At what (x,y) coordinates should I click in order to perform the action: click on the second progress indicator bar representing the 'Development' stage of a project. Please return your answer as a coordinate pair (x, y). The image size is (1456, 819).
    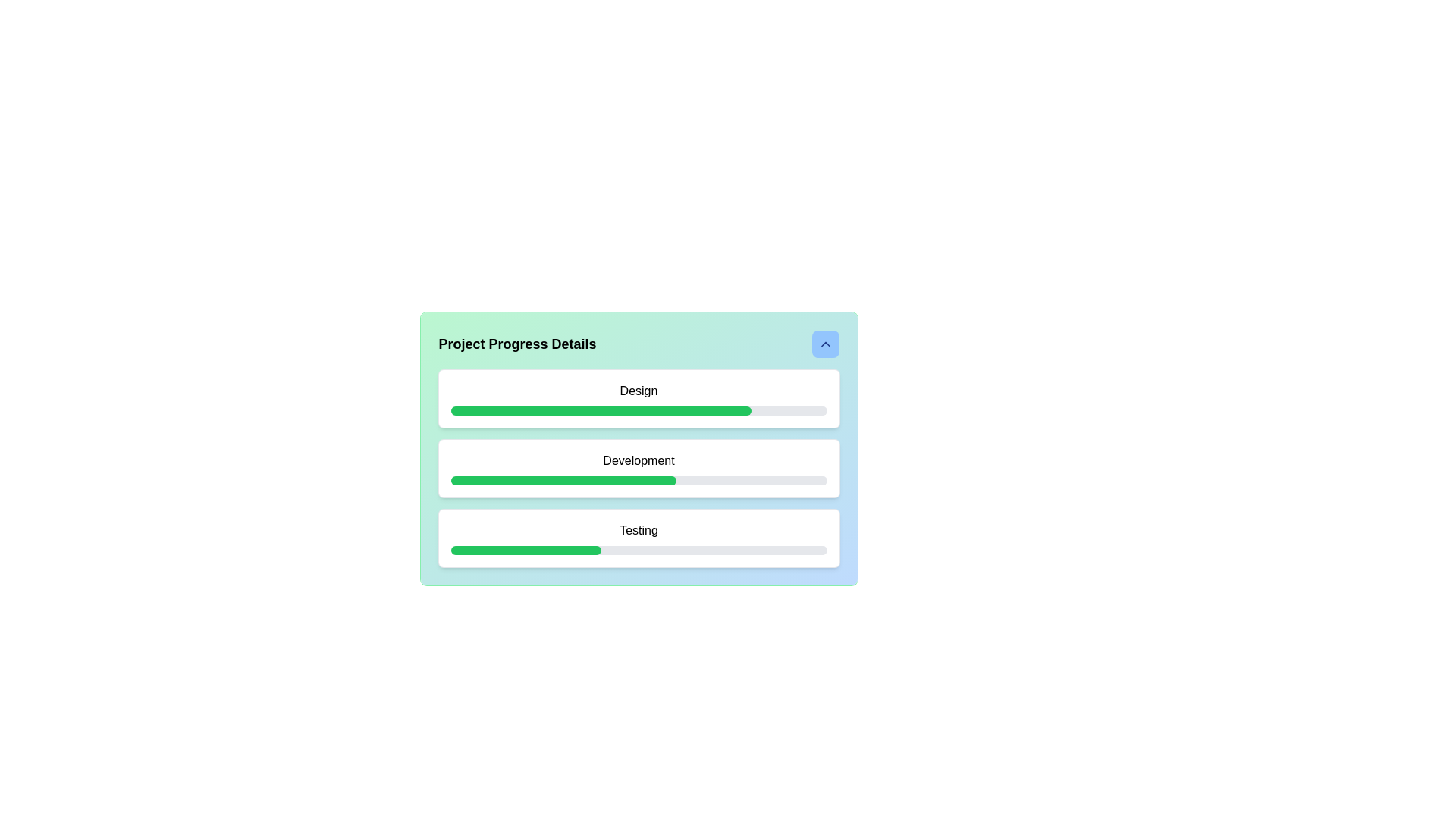
    Looking at the image, I should click on (563, 480).